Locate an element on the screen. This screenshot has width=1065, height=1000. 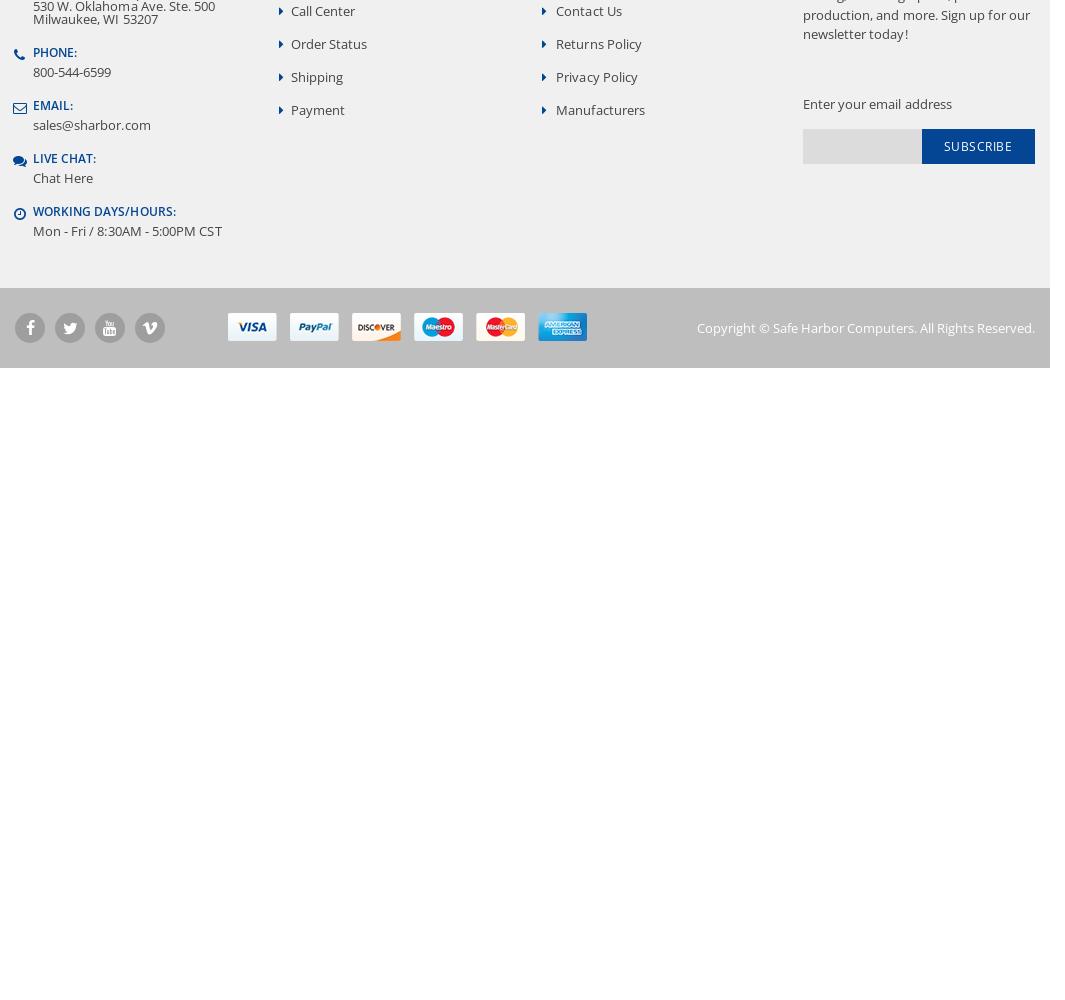
'Live Chat:' is located at coordinates (63, 157).